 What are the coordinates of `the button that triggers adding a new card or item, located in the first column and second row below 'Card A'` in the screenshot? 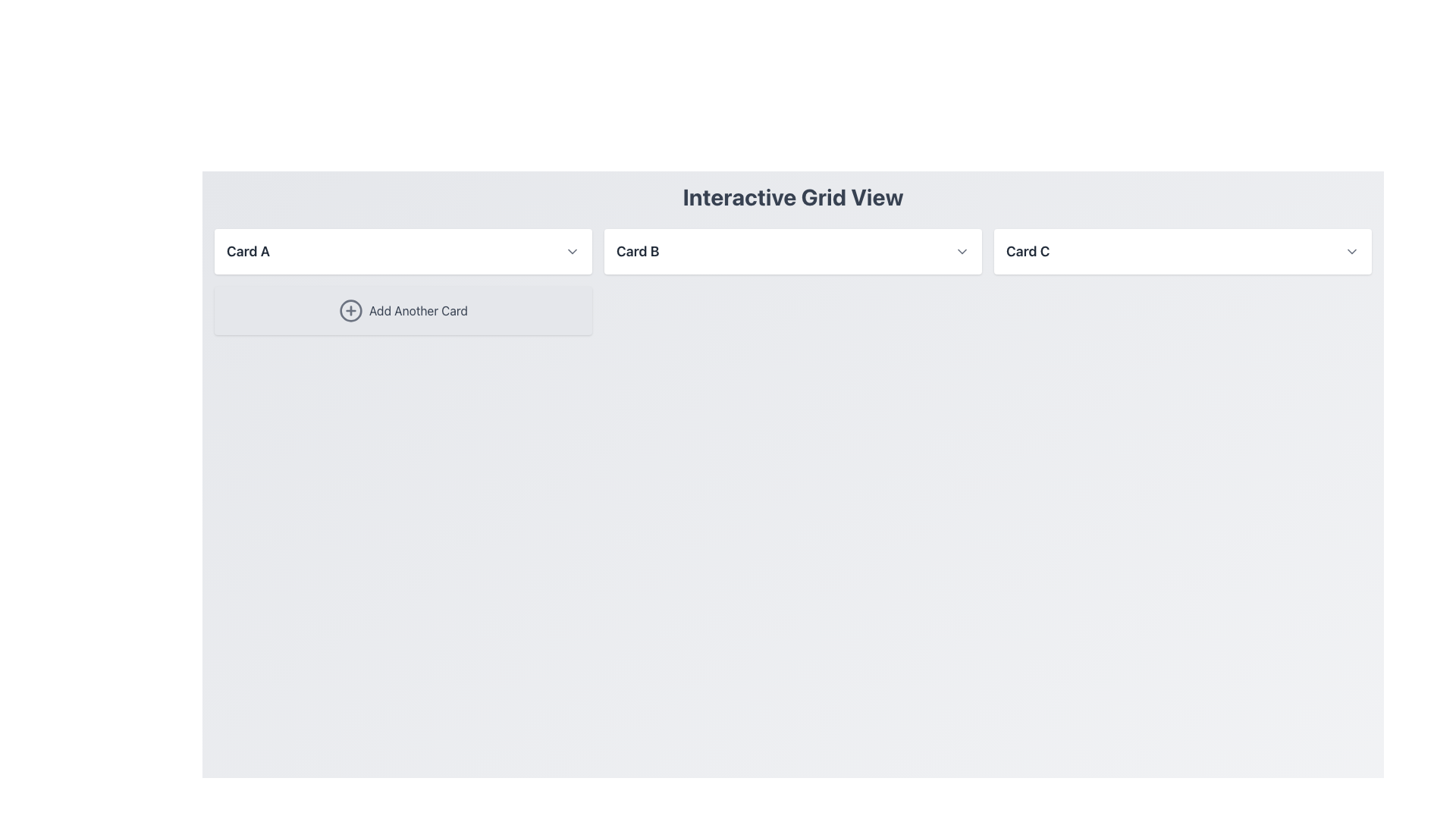 It's located at (403, 309).